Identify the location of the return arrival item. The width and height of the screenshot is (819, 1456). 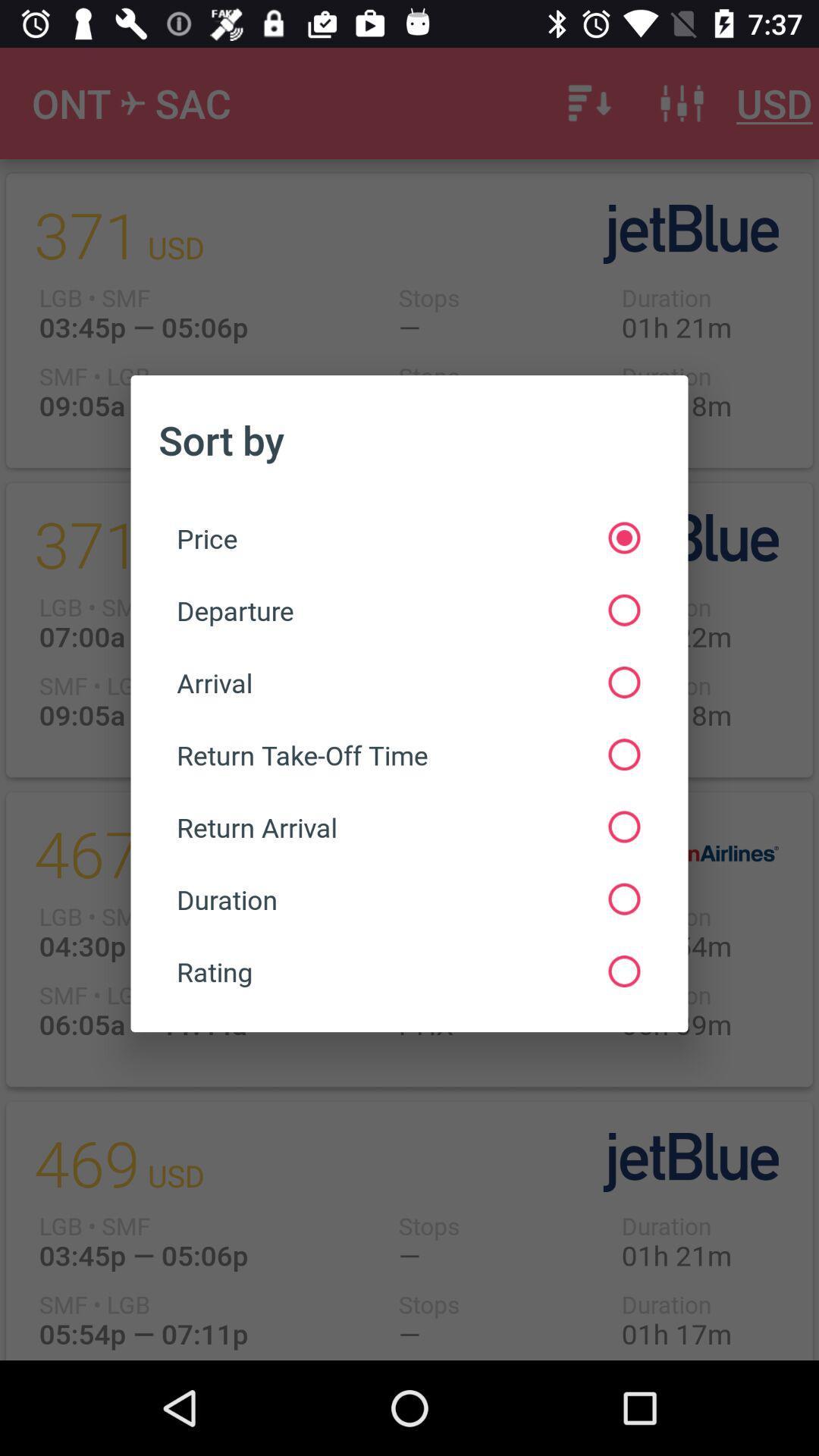
(407, 826).